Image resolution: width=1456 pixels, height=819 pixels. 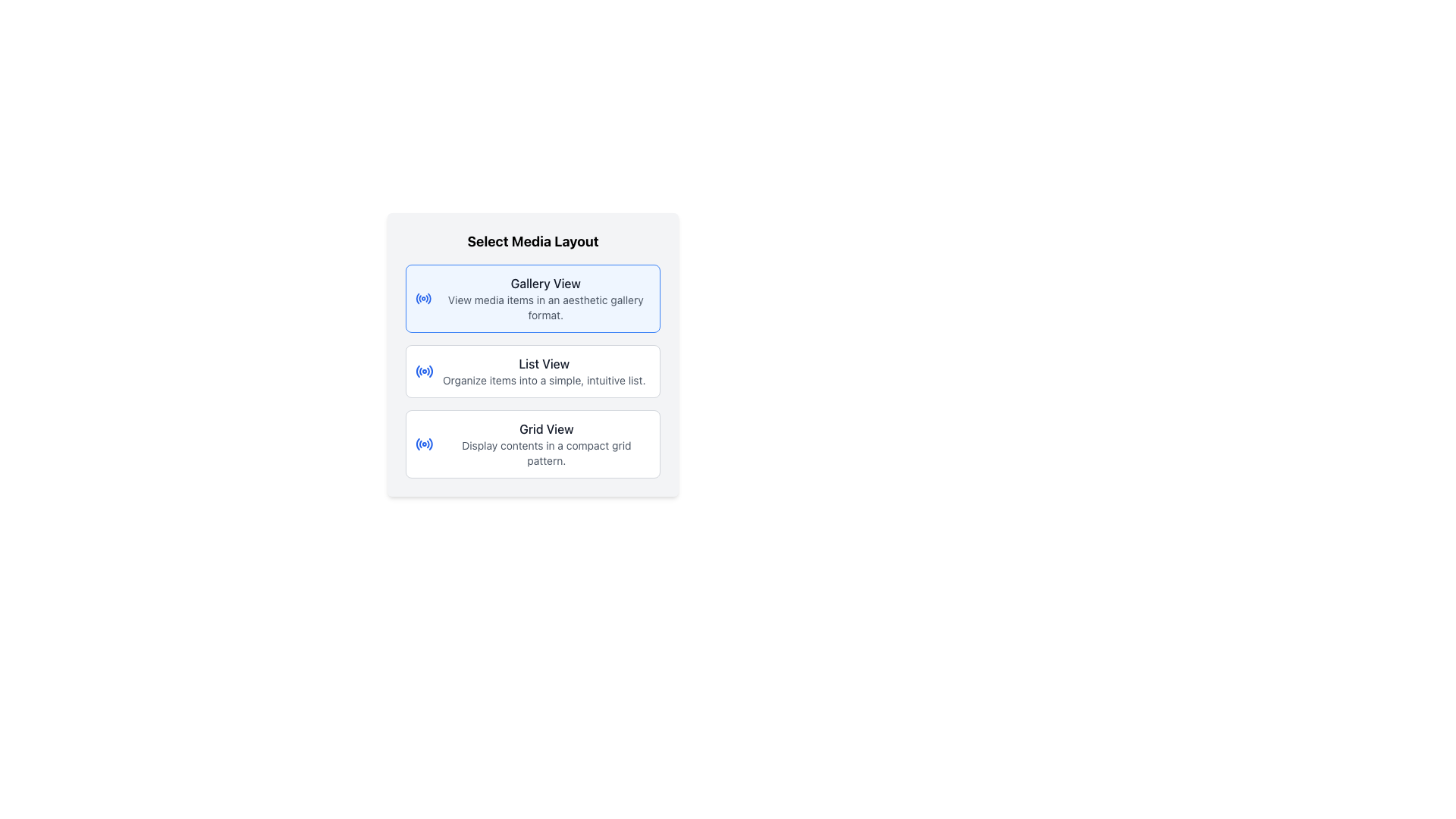 I want to click on descriptive guideline text for the 'List View' option, located centrally beneath the 'List View' subheading, so click(x=544, y=379).